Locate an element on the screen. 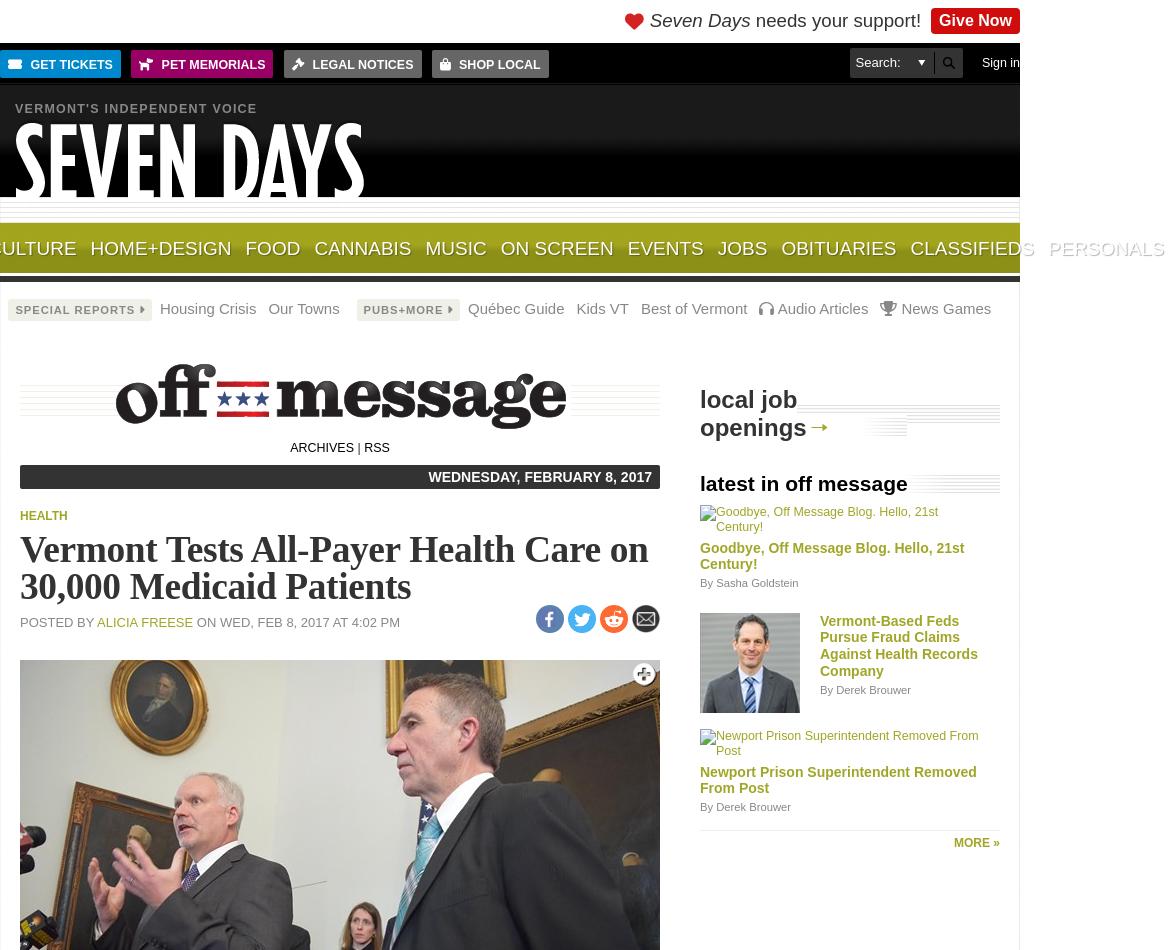 The width and height of the screenshot is (1171, 950). 'Pet Memorials' is located at coordinates (156, 64).